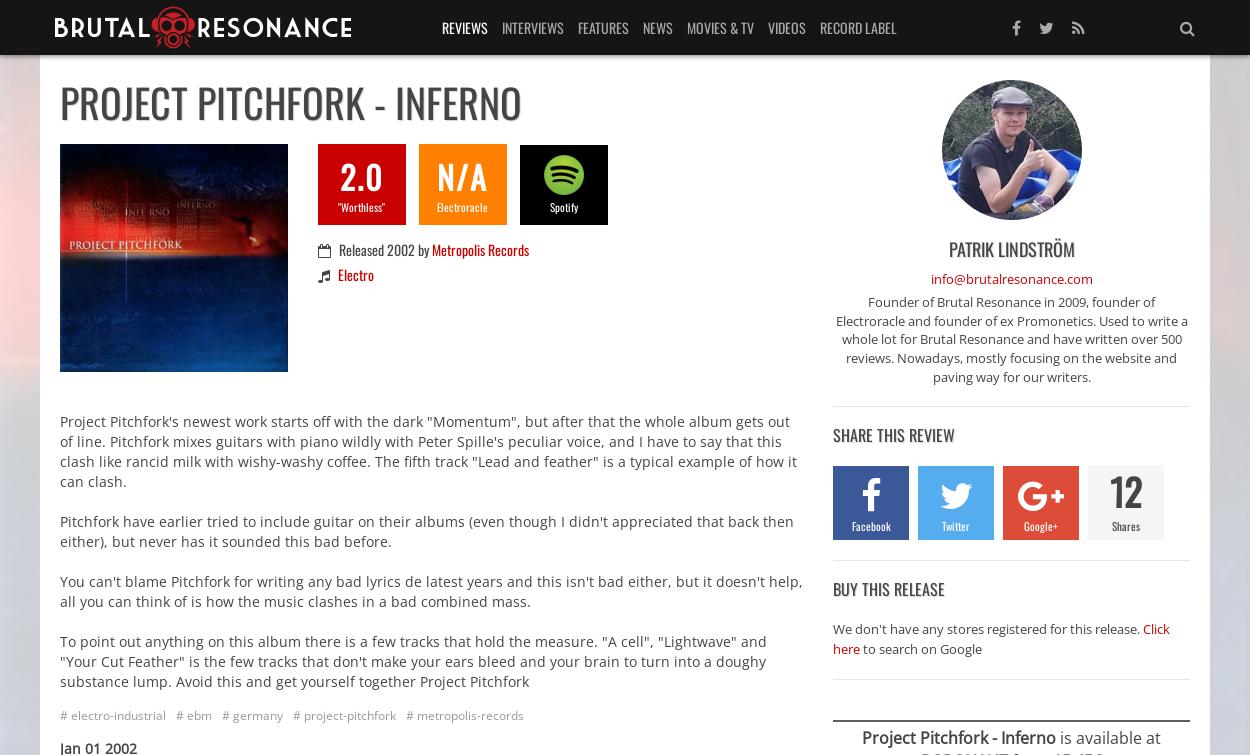 This screenshot has width=1250, height=755. Describe the element at coordinates (353, 274) in the screenshot. I see `'Electro'` at that location.